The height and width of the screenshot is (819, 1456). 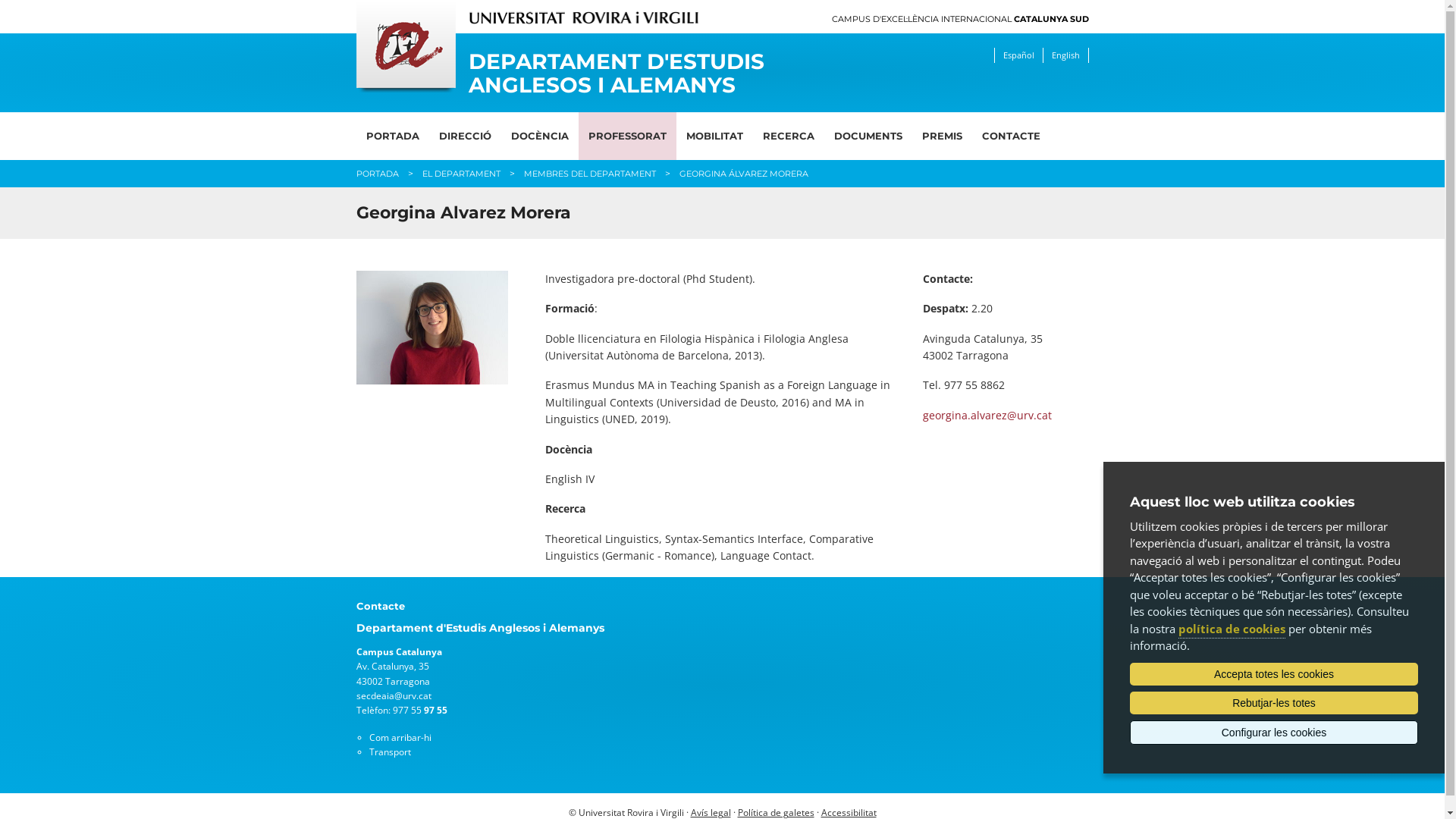 What do you see at coordinates (714, 135) in the screenshot?
I see `'MOBILITAT'` at bounding box center [714, 135].